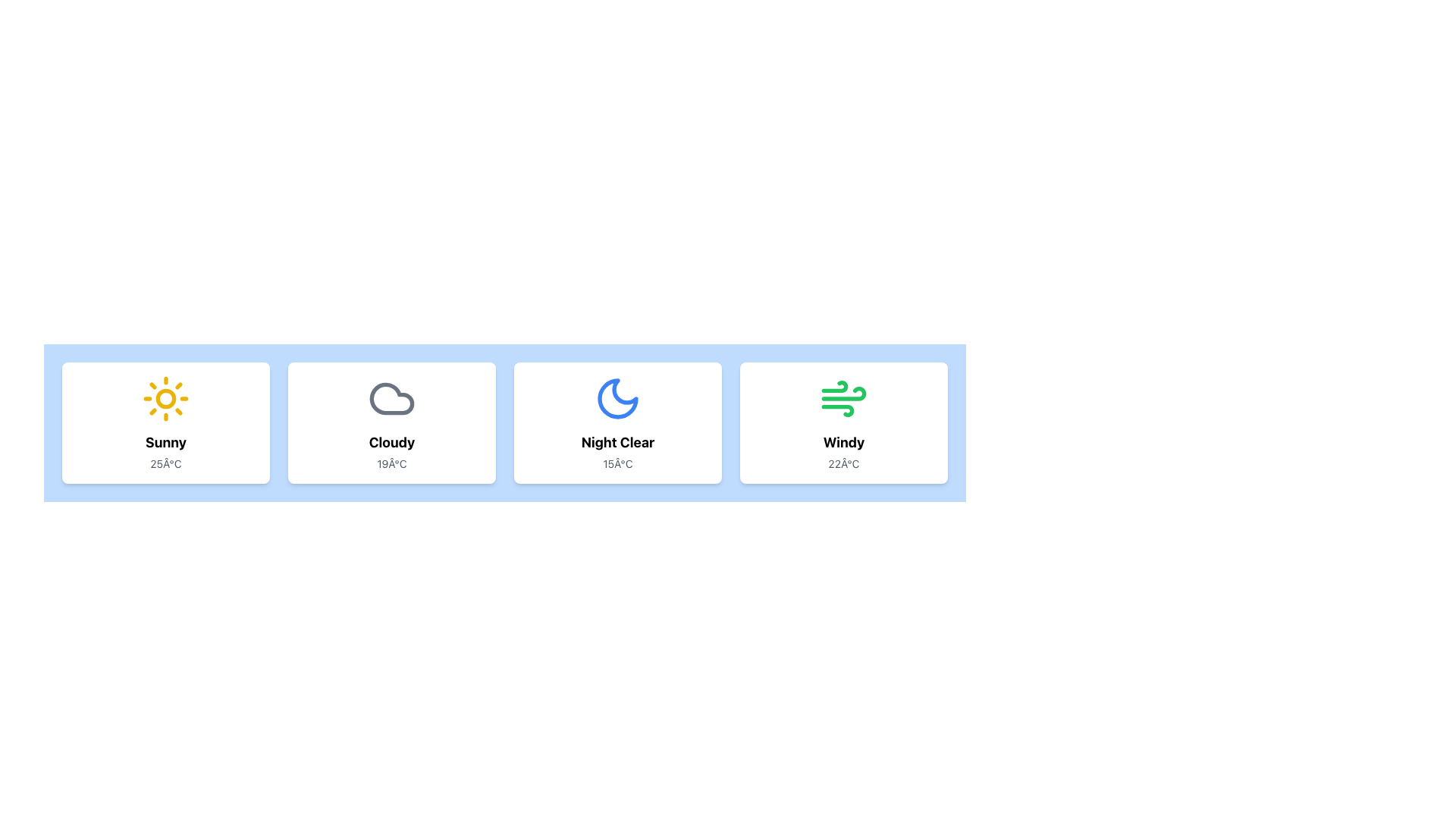 The width and height of the screenshot is (1456, 819). What do you see at coordinates (166, 442) in the screenshot?
I see `the bold-text label displaying the weather description 'Sunny' located in the first weather information card, positioned below the sun icon and above the temperature indication '25°C'` at bounding box center [166, 442].